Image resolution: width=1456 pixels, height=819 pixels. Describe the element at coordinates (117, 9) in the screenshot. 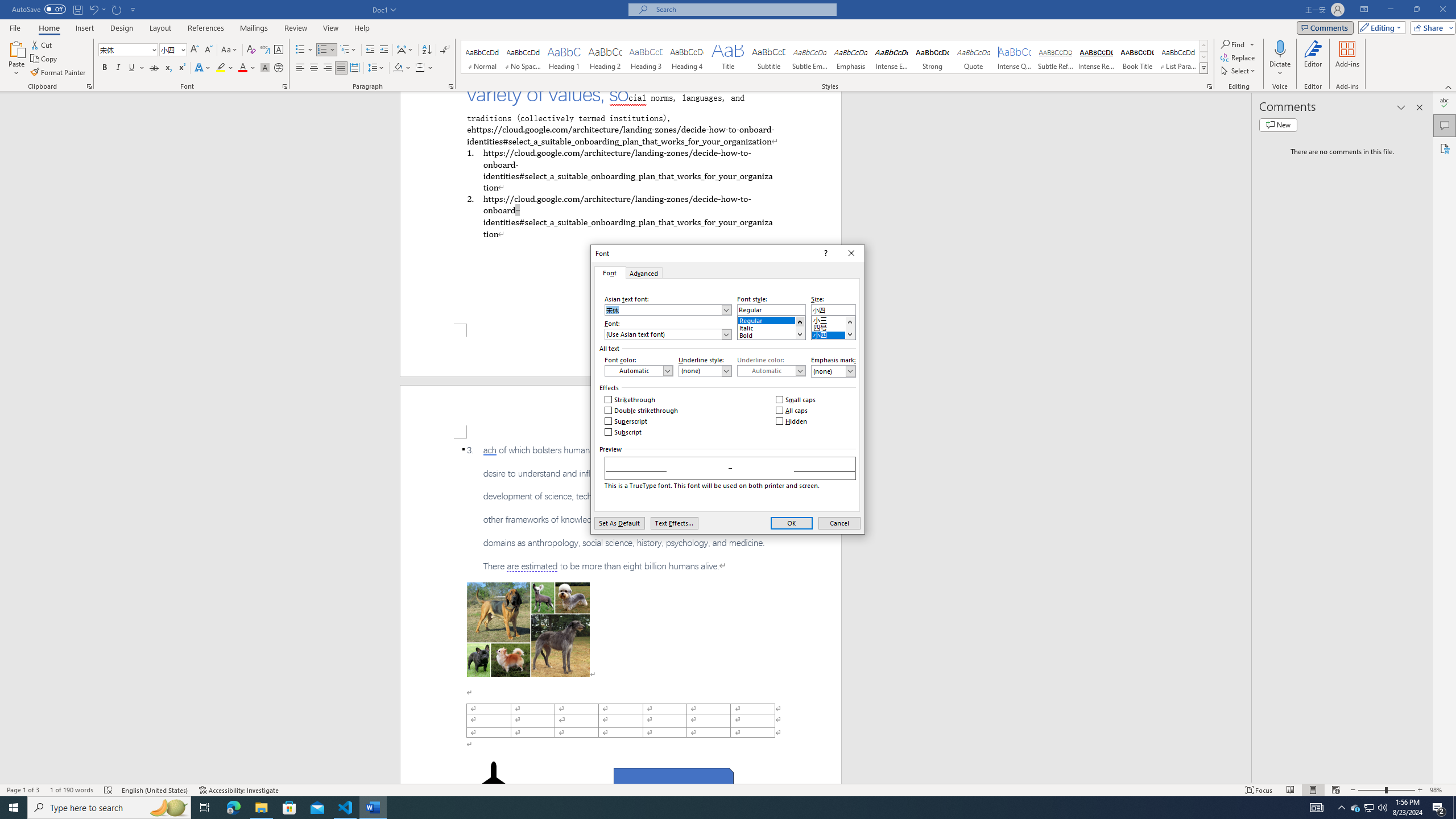

I see `'Repeat Style'` at that location.